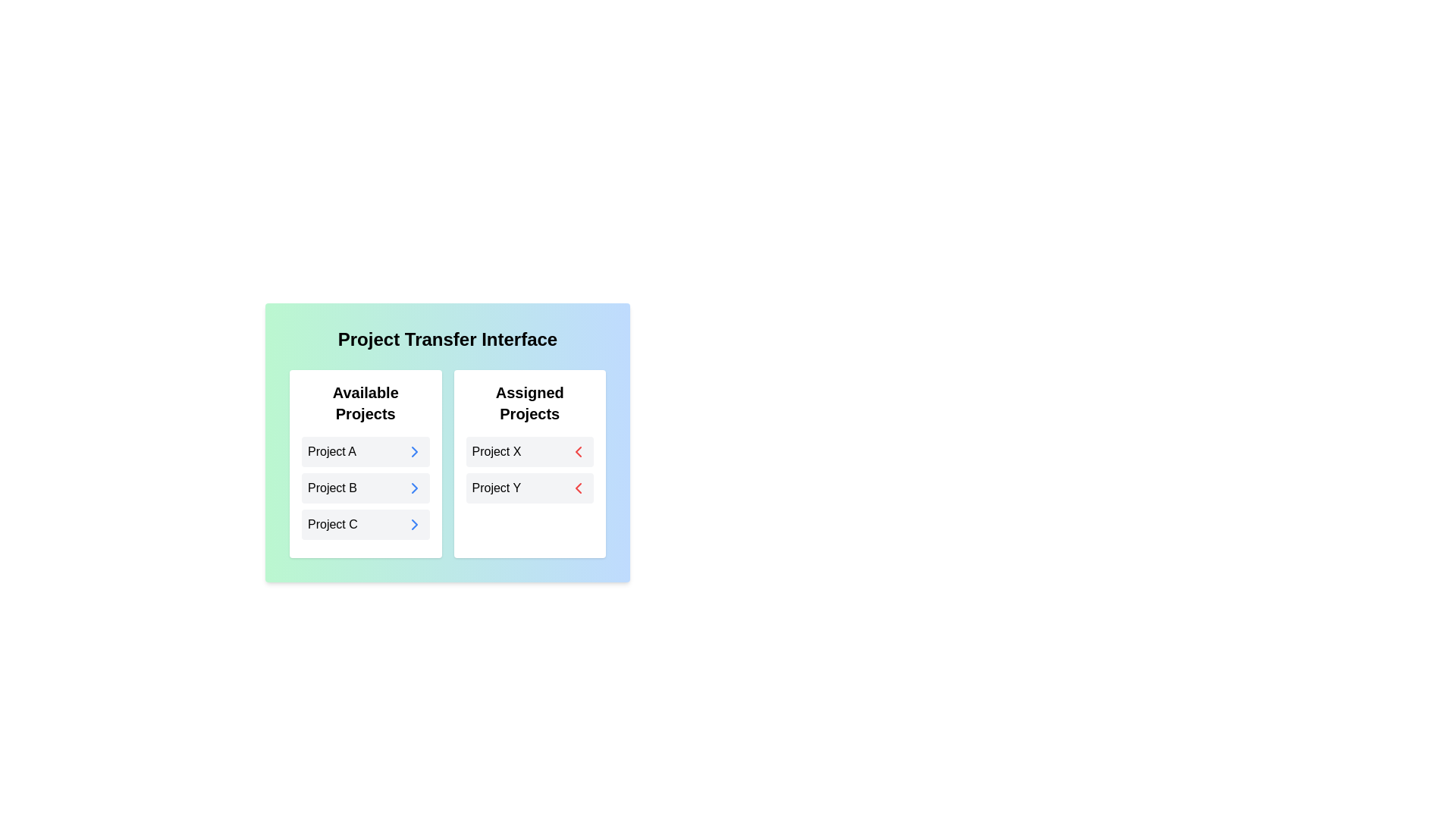 This screenshot has height=819, width=1456. Describe the element at coordinates (578, 451) in the screenshot. I see `the leftward-facing red arrow icon button located to the right of the 'Project X' text in the 'Assigned Projects' list to initiate the project transfer` at that location.